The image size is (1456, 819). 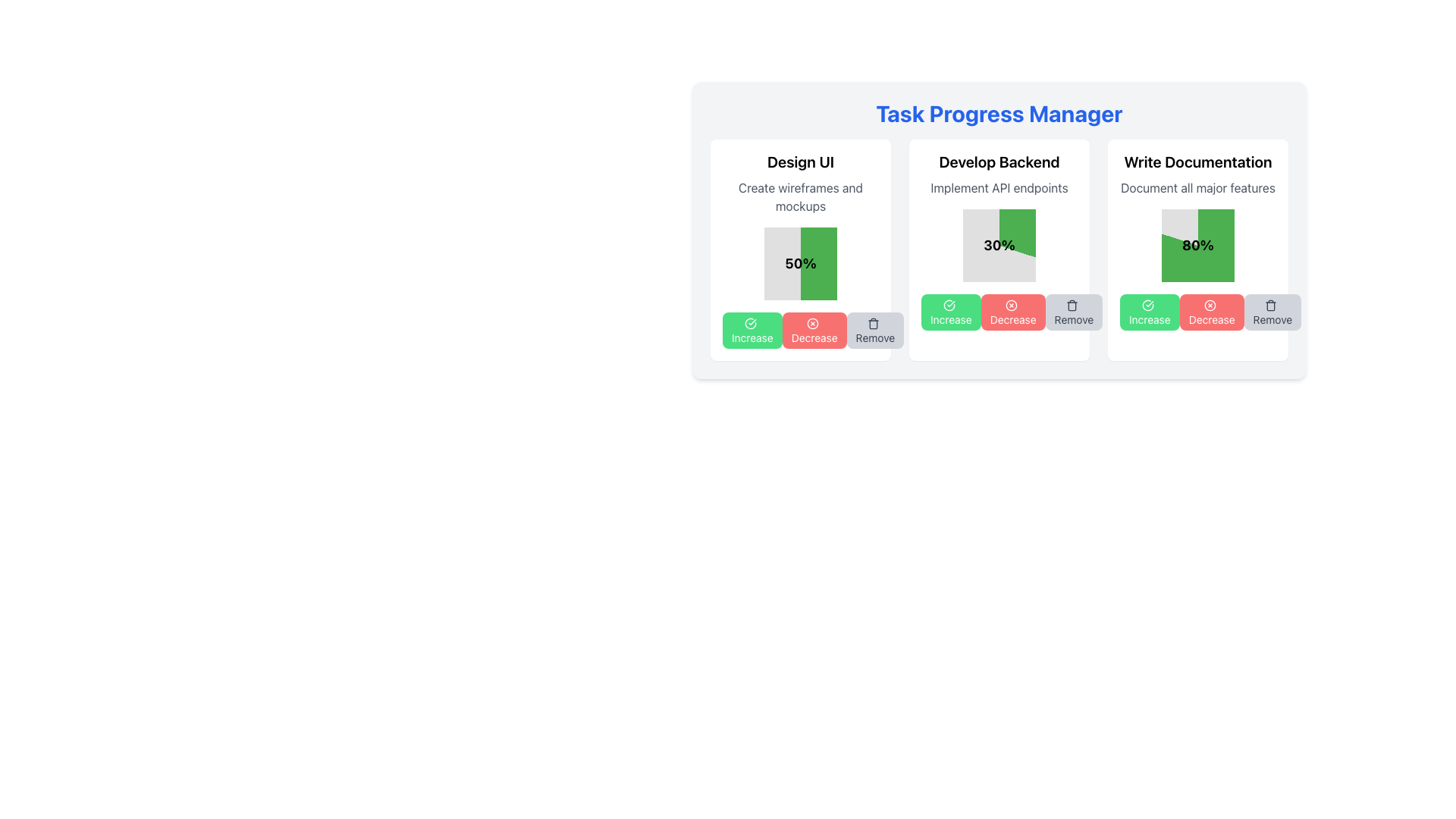 I want to click on the circular progress indicator that displays a 50% completion, located centrally within the 'Design UI' card, between the text 'Create wireframes and mockups' and the control buttons, so click(x=800, y=262).